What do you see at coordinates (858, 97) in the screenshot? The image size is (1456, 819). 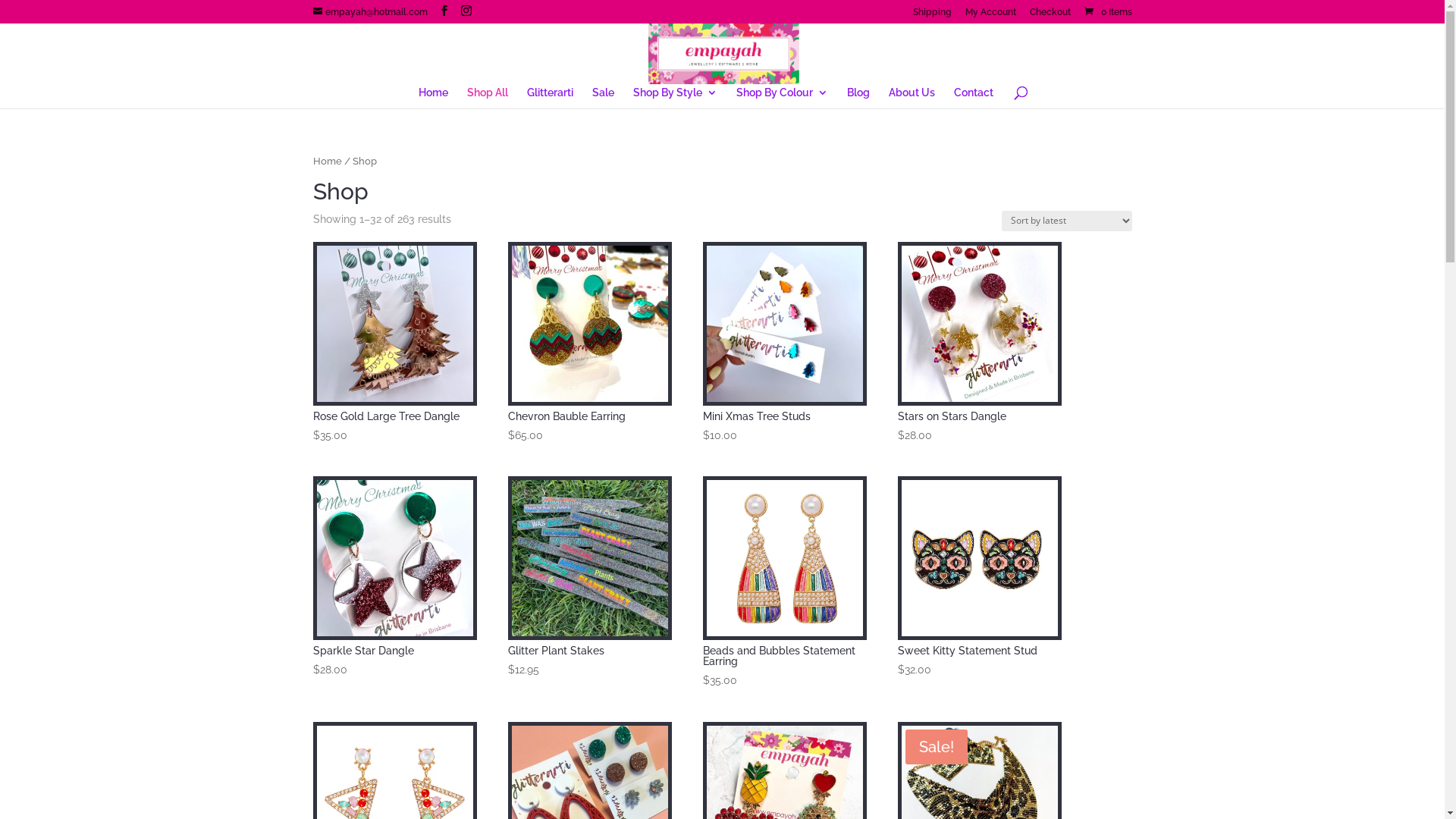 I see `'Blog'` at bounding box center [858, 97].